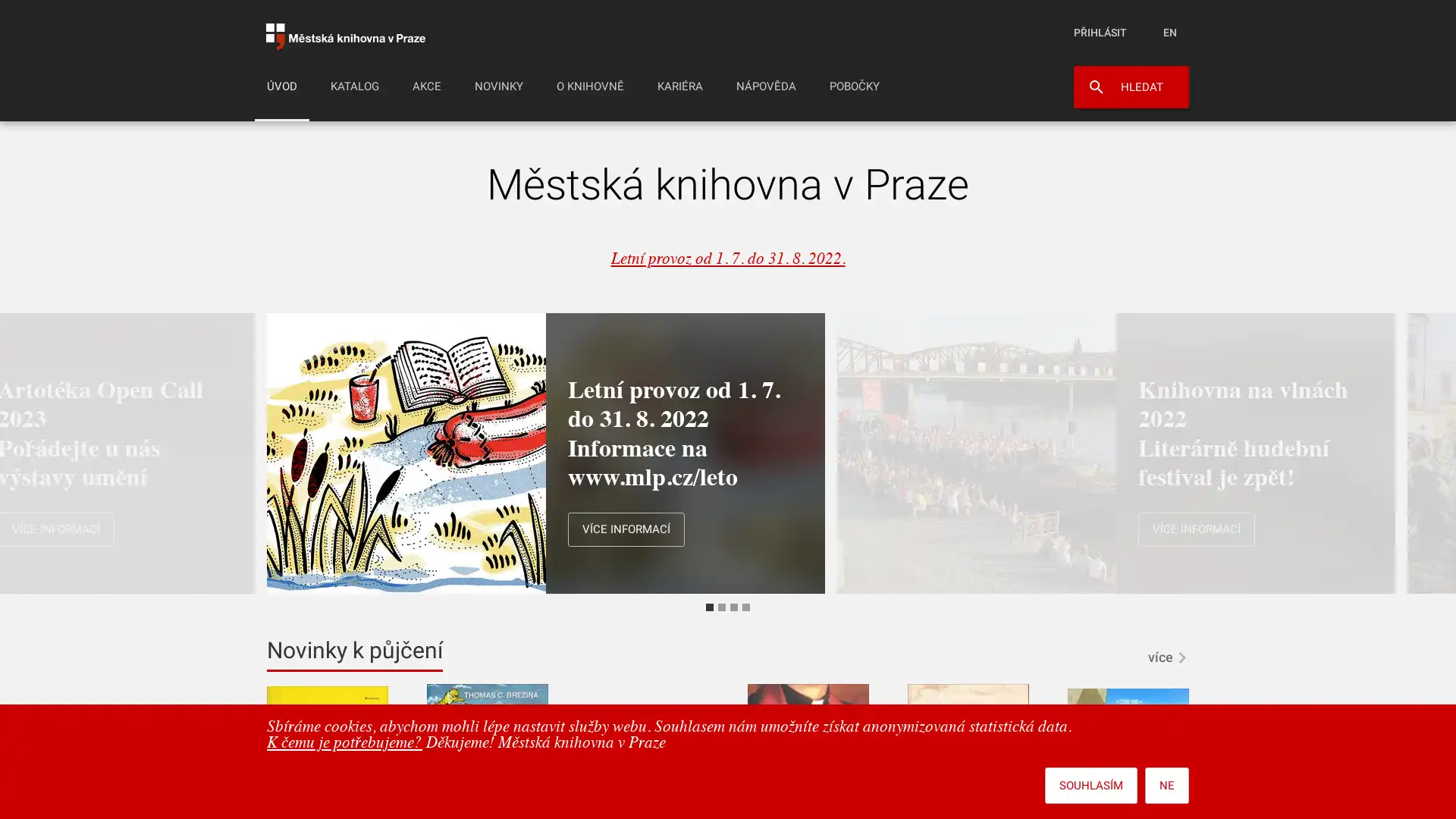 The image size is (1456, 819). What do you see at coordinates (1166, 785) in the screenshot?
I see `NE` at bounding box center [1166, 785].